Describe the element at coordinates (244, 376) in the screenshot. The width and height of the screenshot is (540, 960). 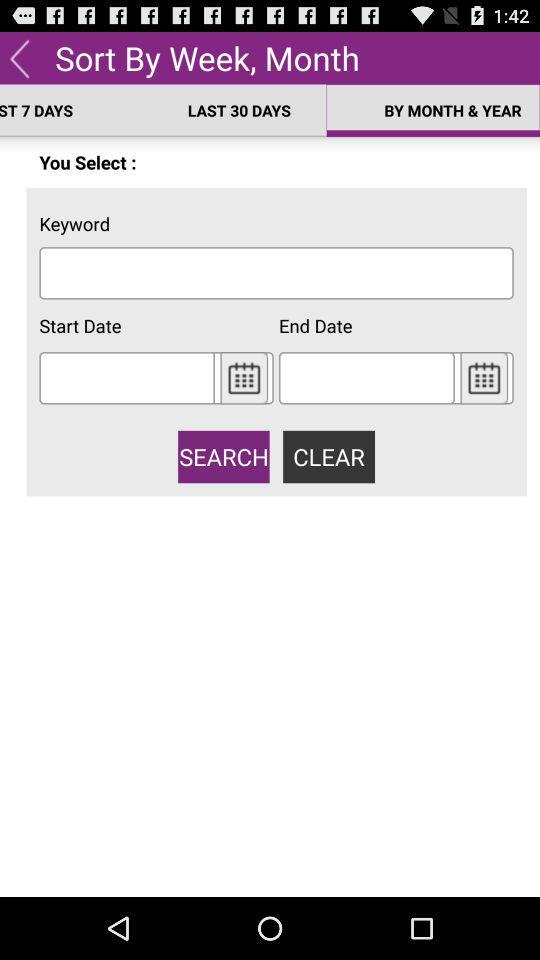
I see `click calender` at that location.